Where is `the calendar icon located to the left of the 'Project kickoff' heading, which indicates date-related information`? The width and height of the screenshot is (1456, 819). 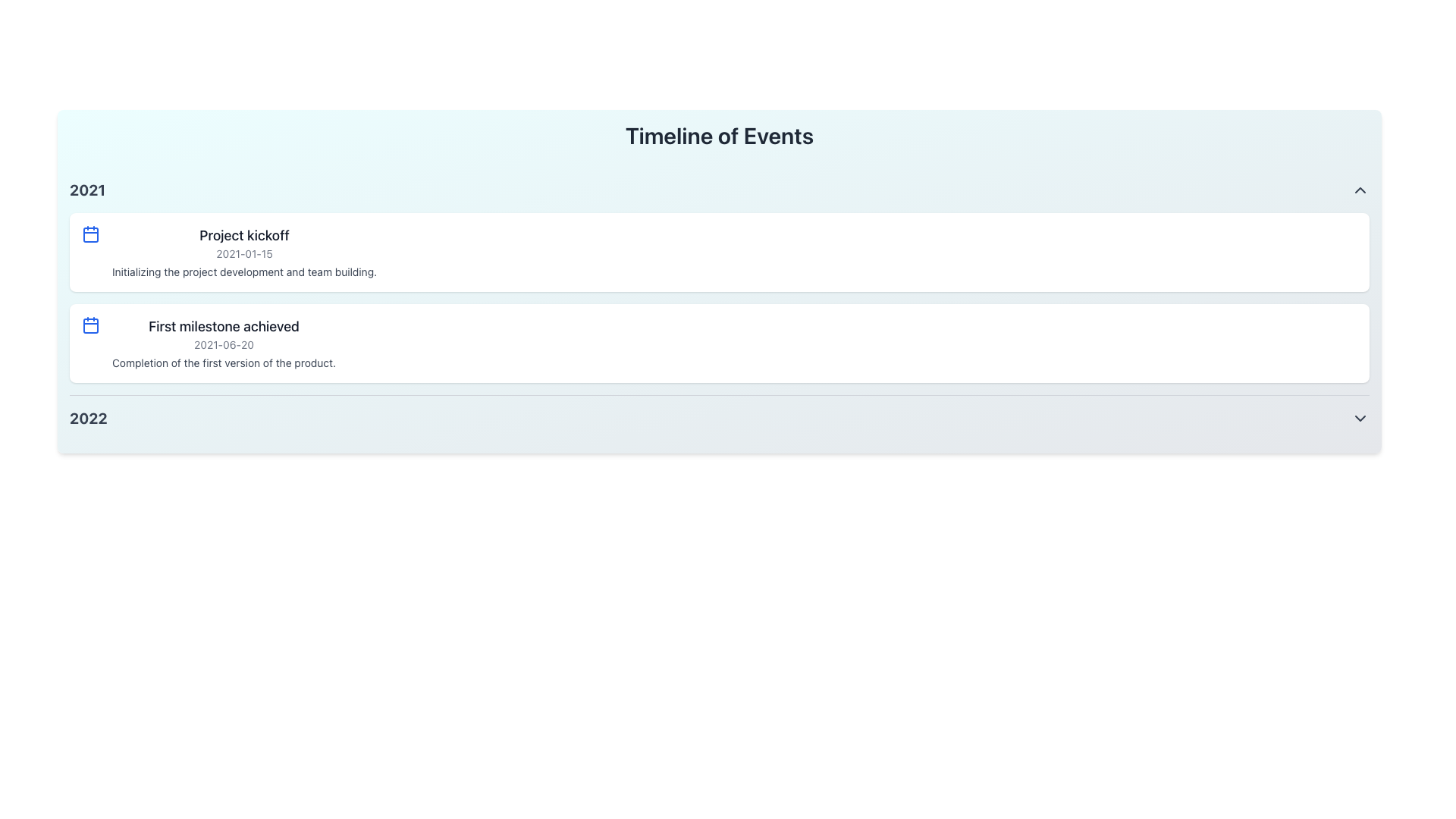
the calendar icon located to the left of the 'Project kickoff' heading, which indicates date-related information is located at coordinates (90, 234).